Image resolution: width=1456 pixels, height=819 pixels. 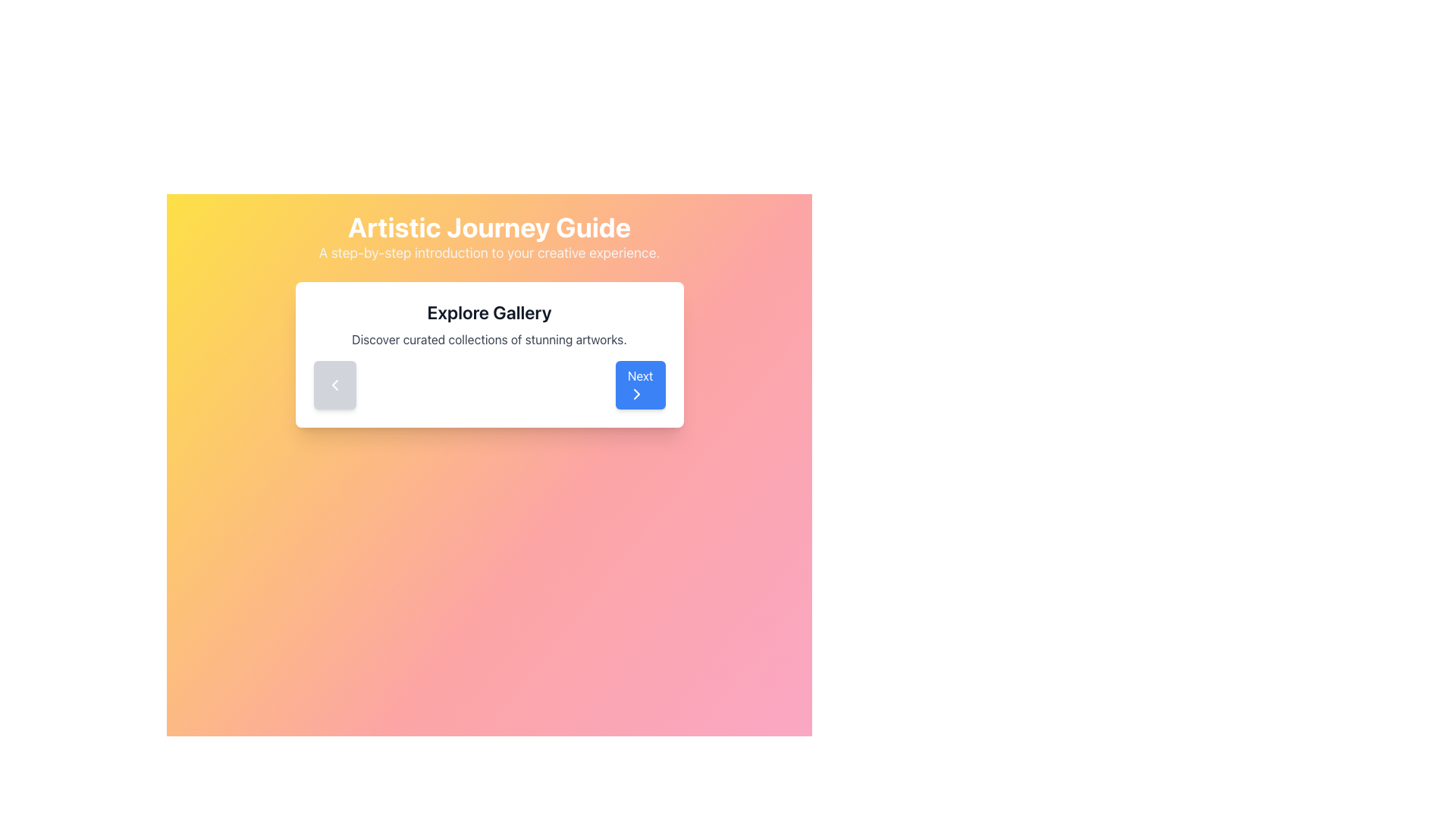 I want to click on the navigation button located at the bottom right of the prominent card to proceed to the next step in the process, so click(x=640, y=384).